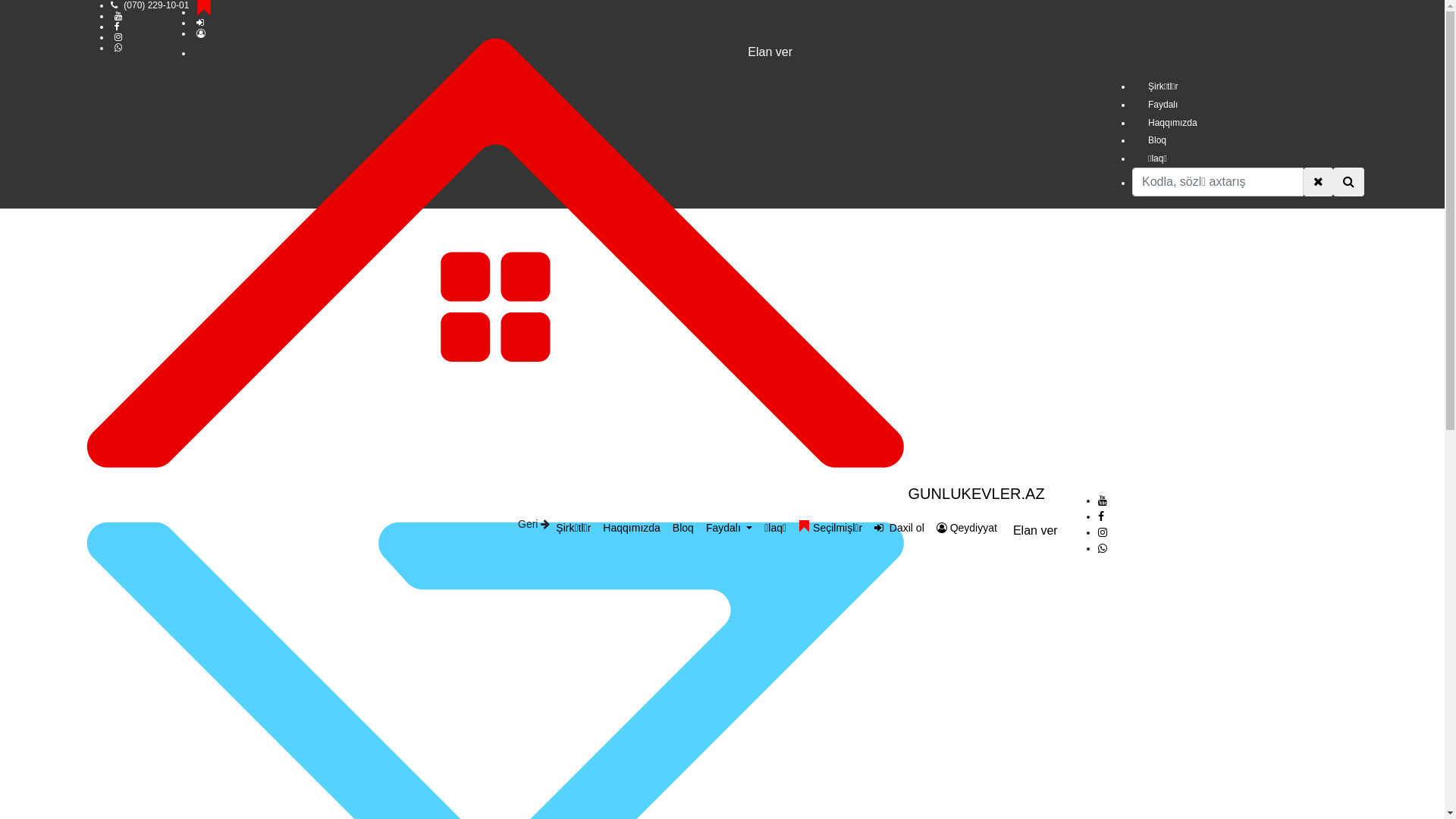 Image resolution: width=1456 pixels, height=819 pixels. What do you see at coordinates (930, 527) in the screenshot?
I see `' Qeydiyyat'` at bounding box center [930, 527].